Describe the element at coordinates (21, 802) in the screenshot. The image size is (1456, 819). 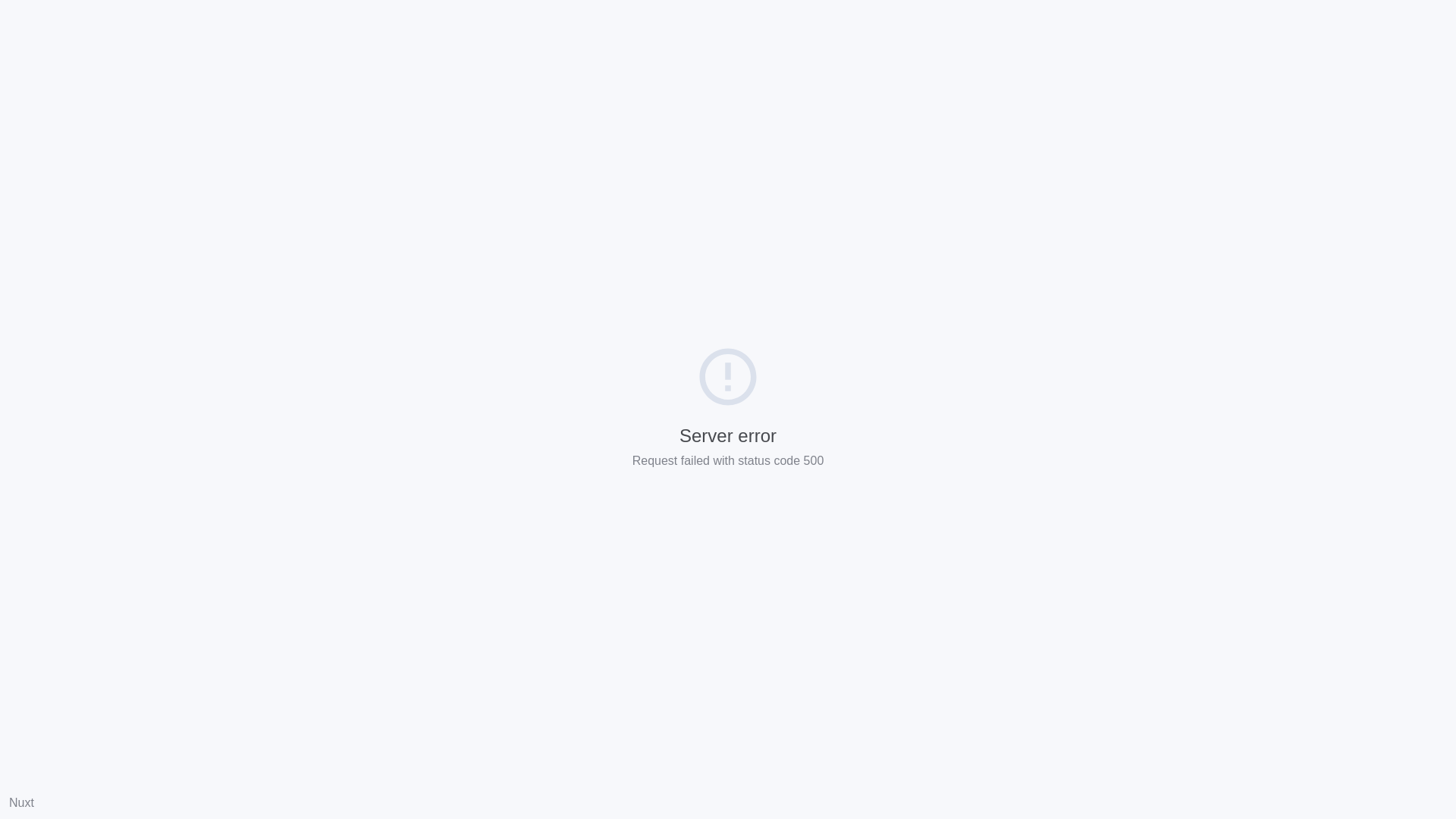
I see `'Nuxt'` at that location.